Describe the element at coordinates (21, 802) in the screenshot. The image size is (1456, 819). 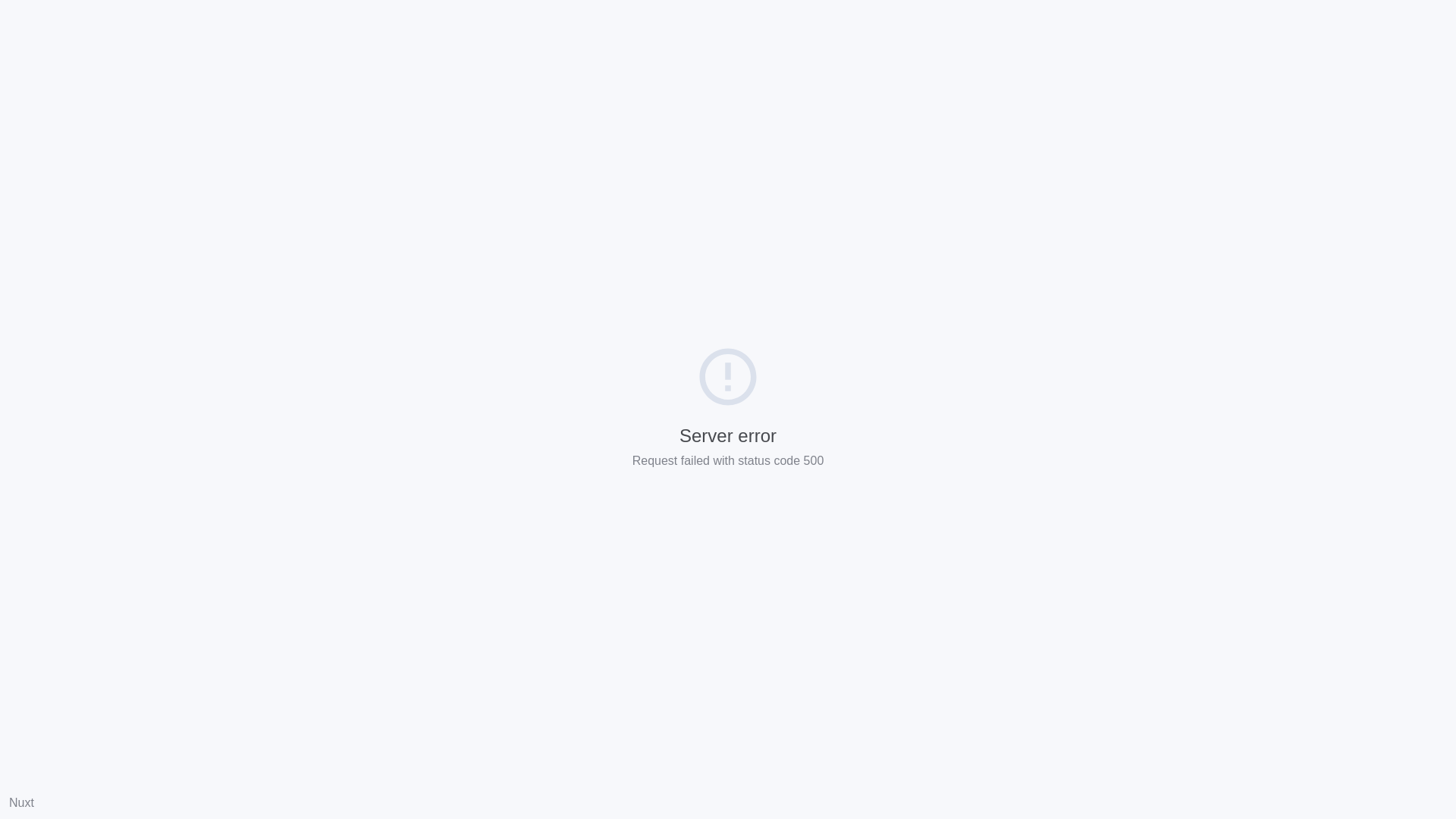
I see `'Nuxt'` at that location.